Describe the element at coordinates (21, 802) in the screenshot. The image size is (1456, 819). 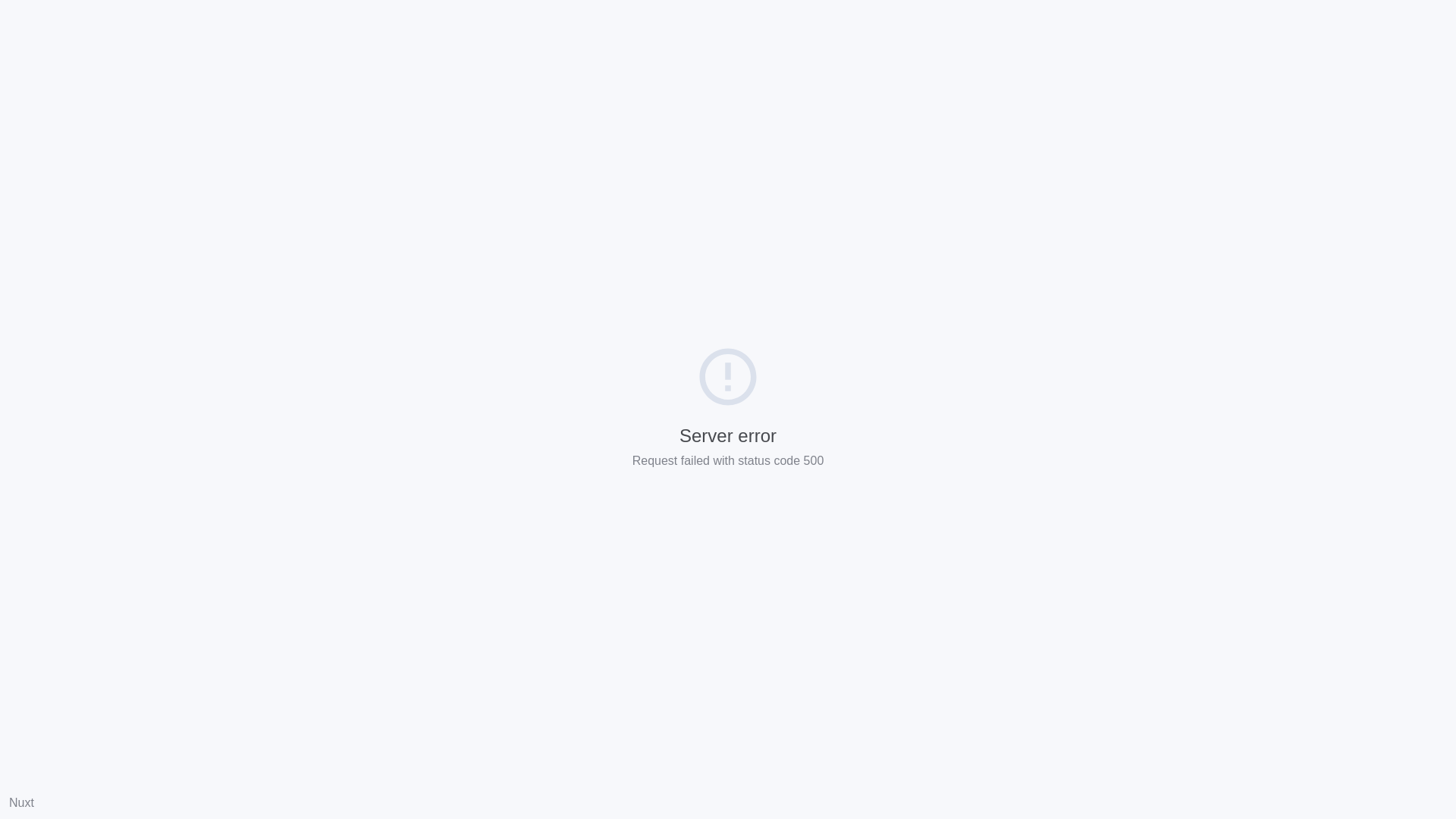
I see `'Nuxt'` at that location.